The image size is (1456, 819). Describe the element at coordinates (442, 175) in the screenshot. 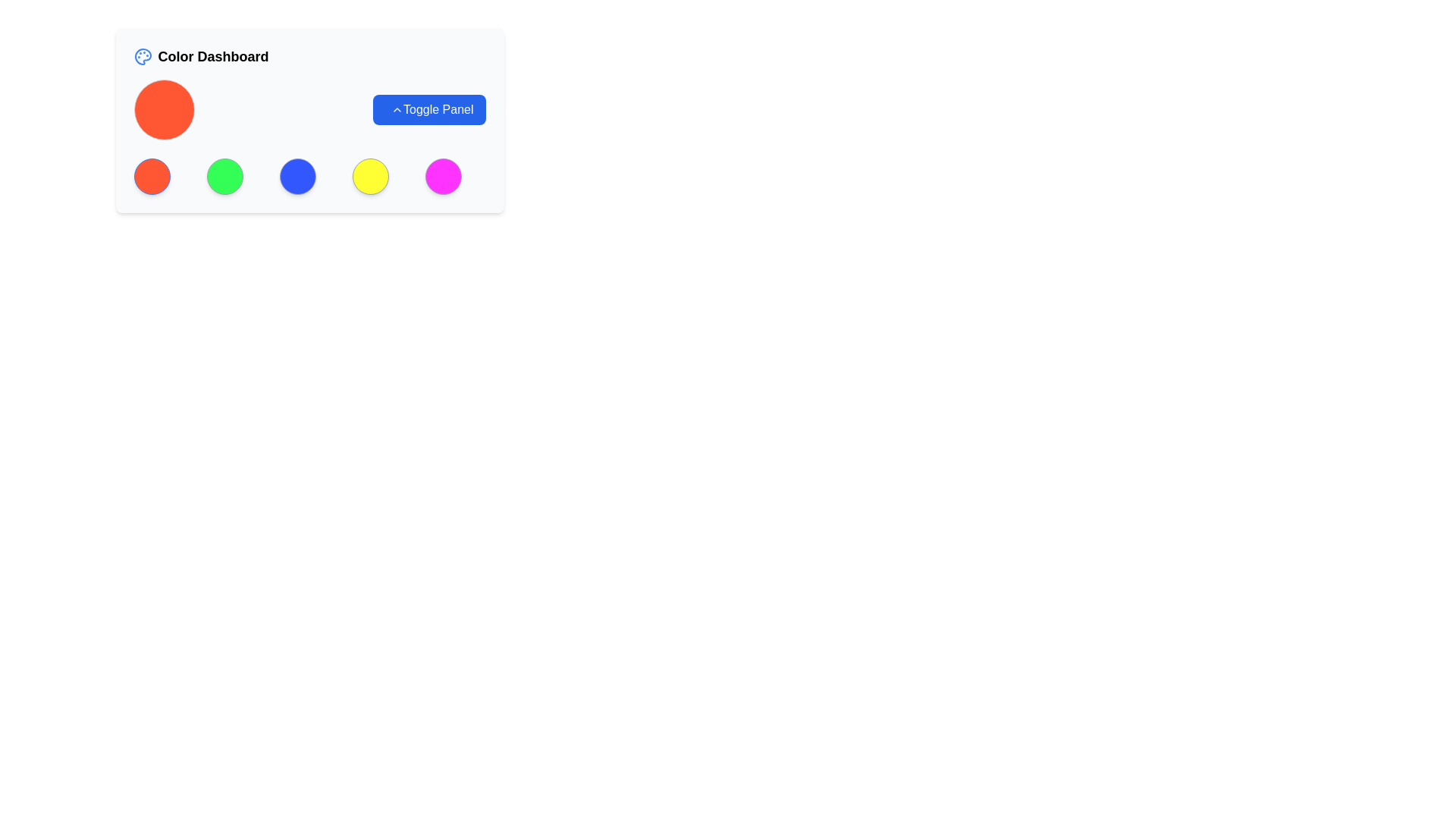

I see `the fifth circular button in the grid layout` at that location.